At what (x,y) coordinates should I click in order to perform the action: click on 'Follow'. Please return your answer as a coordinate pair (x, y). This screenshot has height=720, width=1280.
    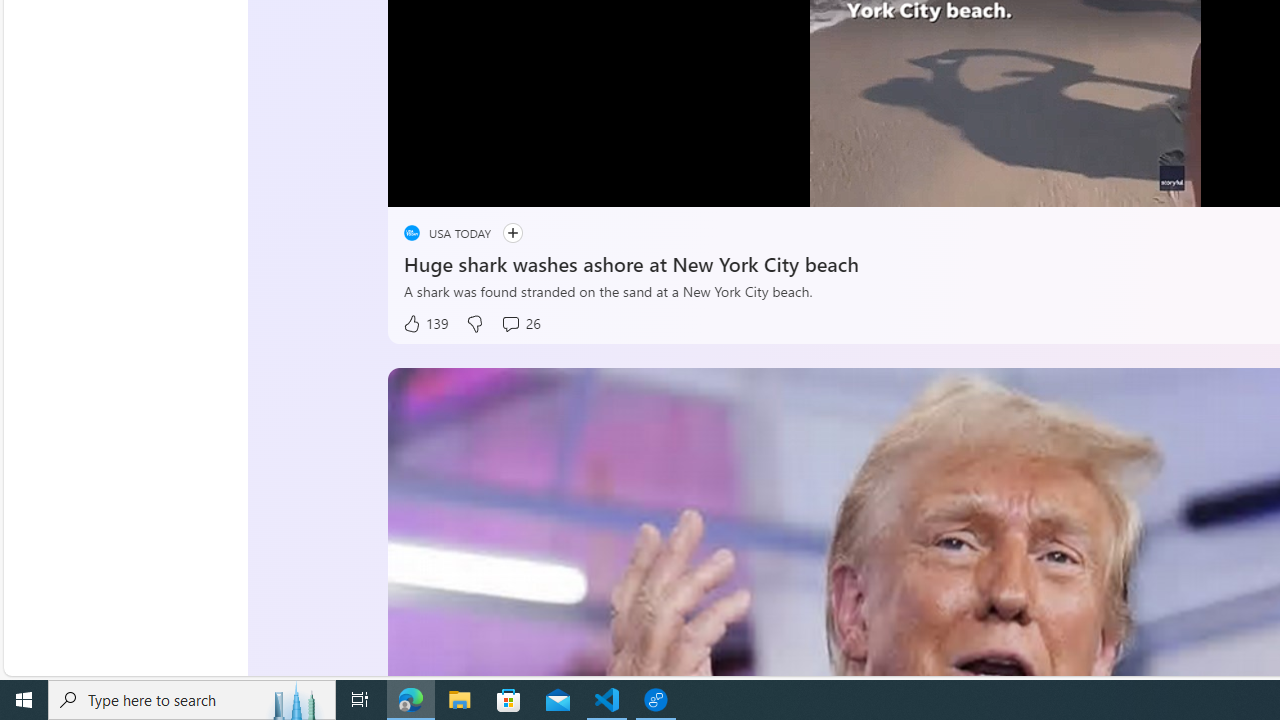
    Looking at the image, I should click on (503, 232).